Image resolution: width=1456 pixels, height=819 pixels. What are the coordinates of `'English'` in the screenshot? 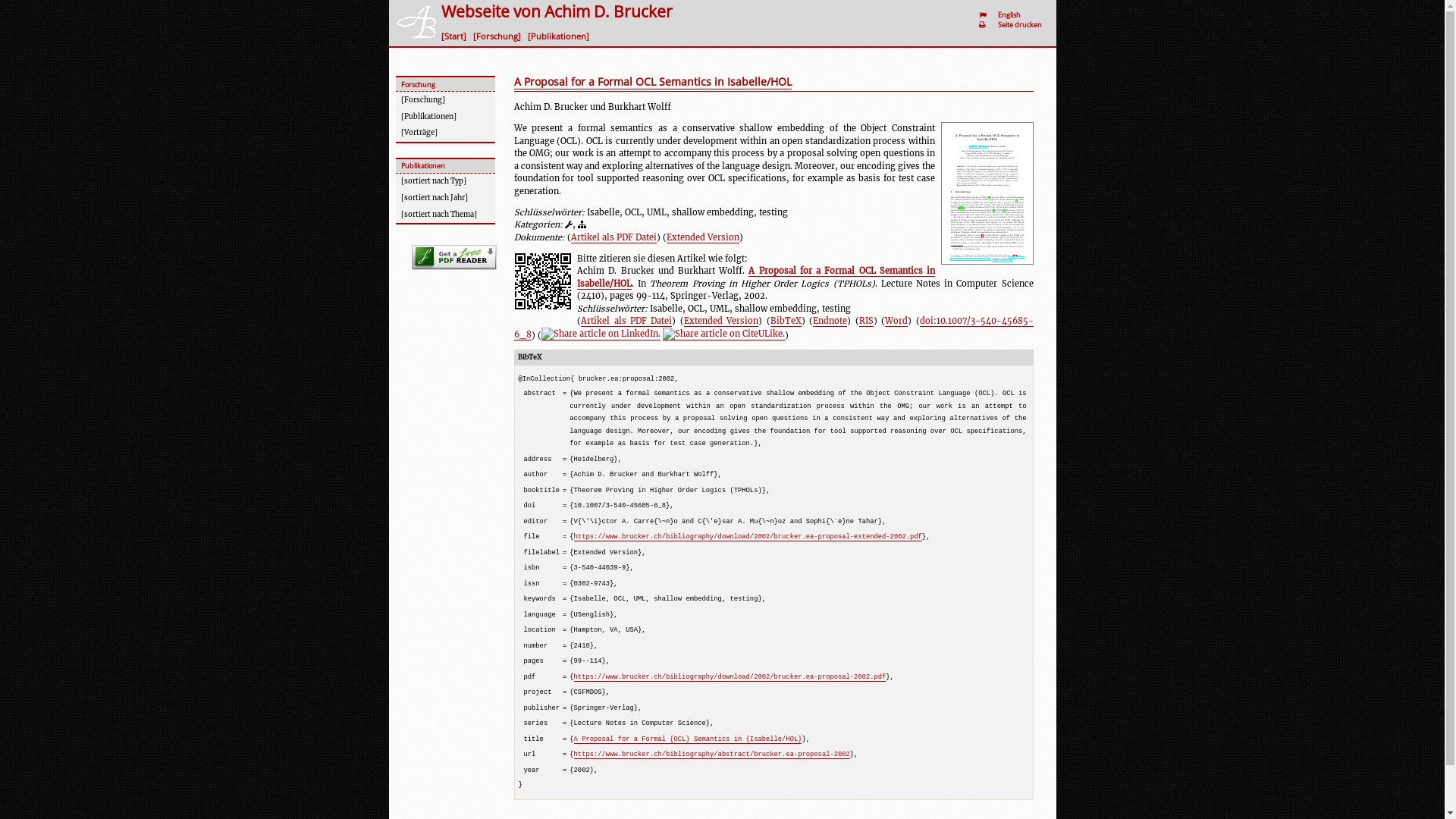 It's located at (1011, 14).